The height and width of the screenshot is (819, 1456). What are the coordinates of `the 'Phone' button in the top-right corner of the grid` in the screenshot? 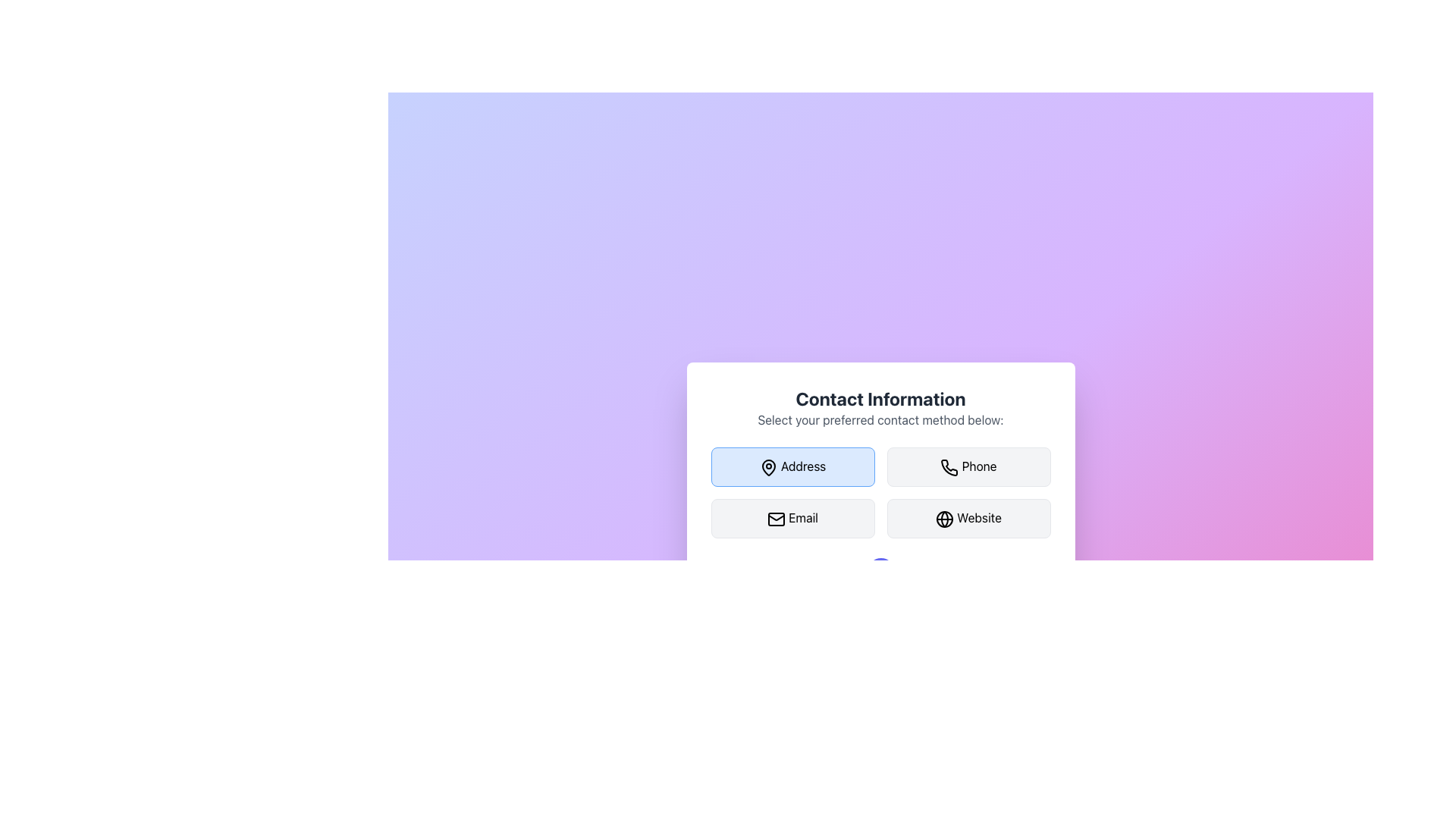 It's located at (968, 466).